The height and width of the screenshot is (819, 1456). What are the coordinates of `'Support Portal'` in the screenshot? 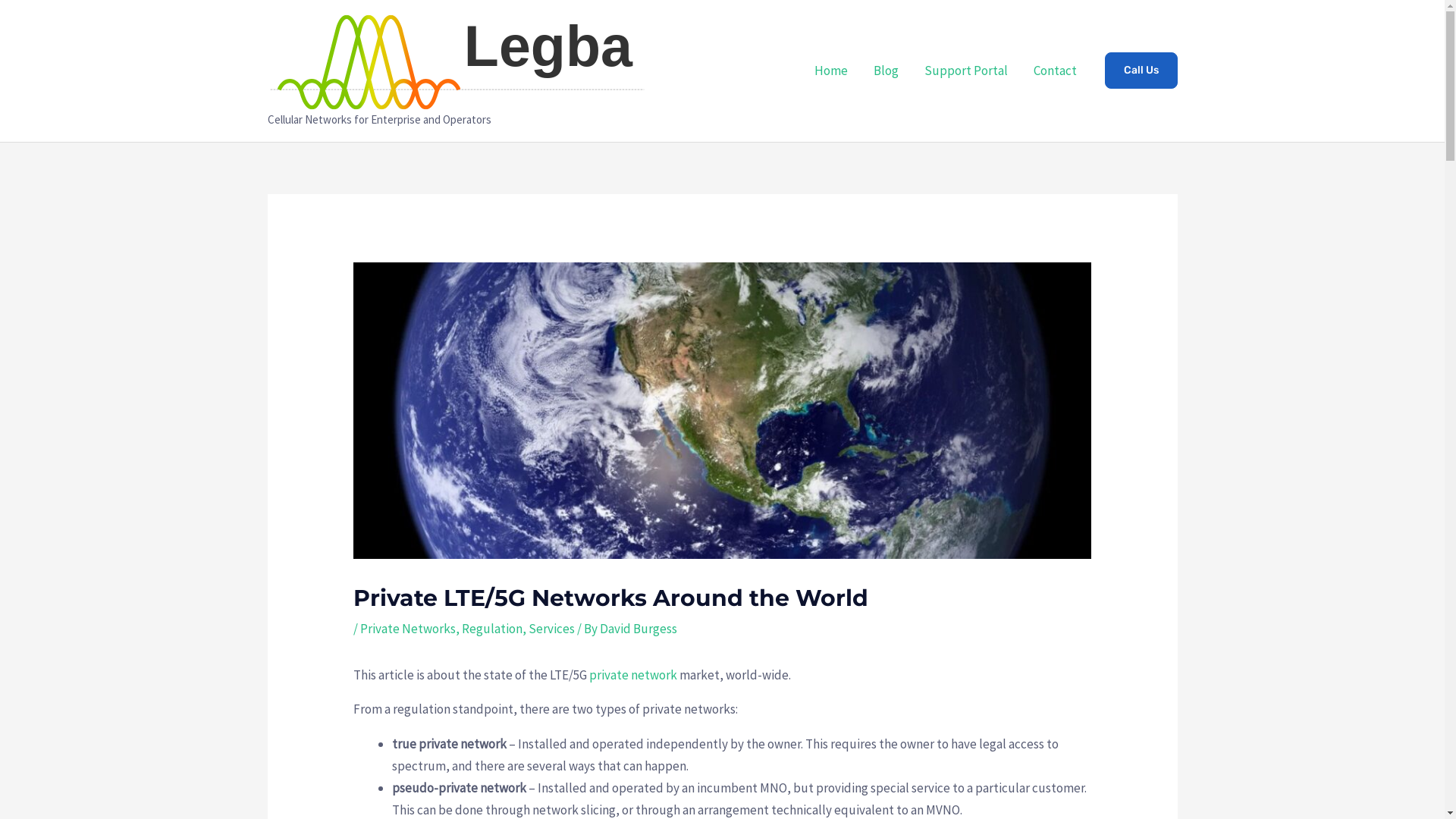 It's located at (965, 70).